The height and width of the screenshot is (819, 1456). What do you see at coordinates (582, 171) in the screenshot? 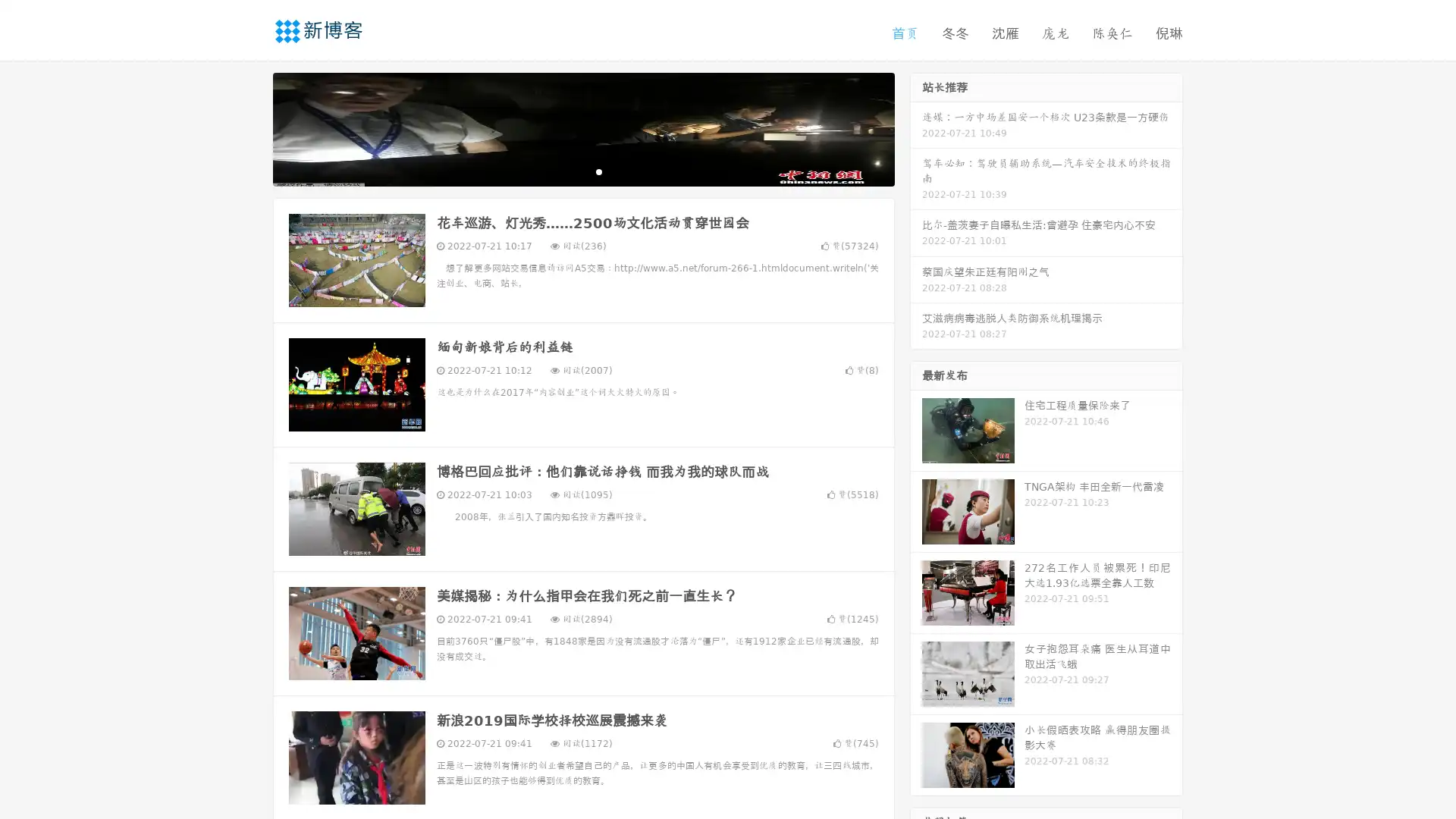
I see `Go to slide 2` at bounding box center [582, 171].